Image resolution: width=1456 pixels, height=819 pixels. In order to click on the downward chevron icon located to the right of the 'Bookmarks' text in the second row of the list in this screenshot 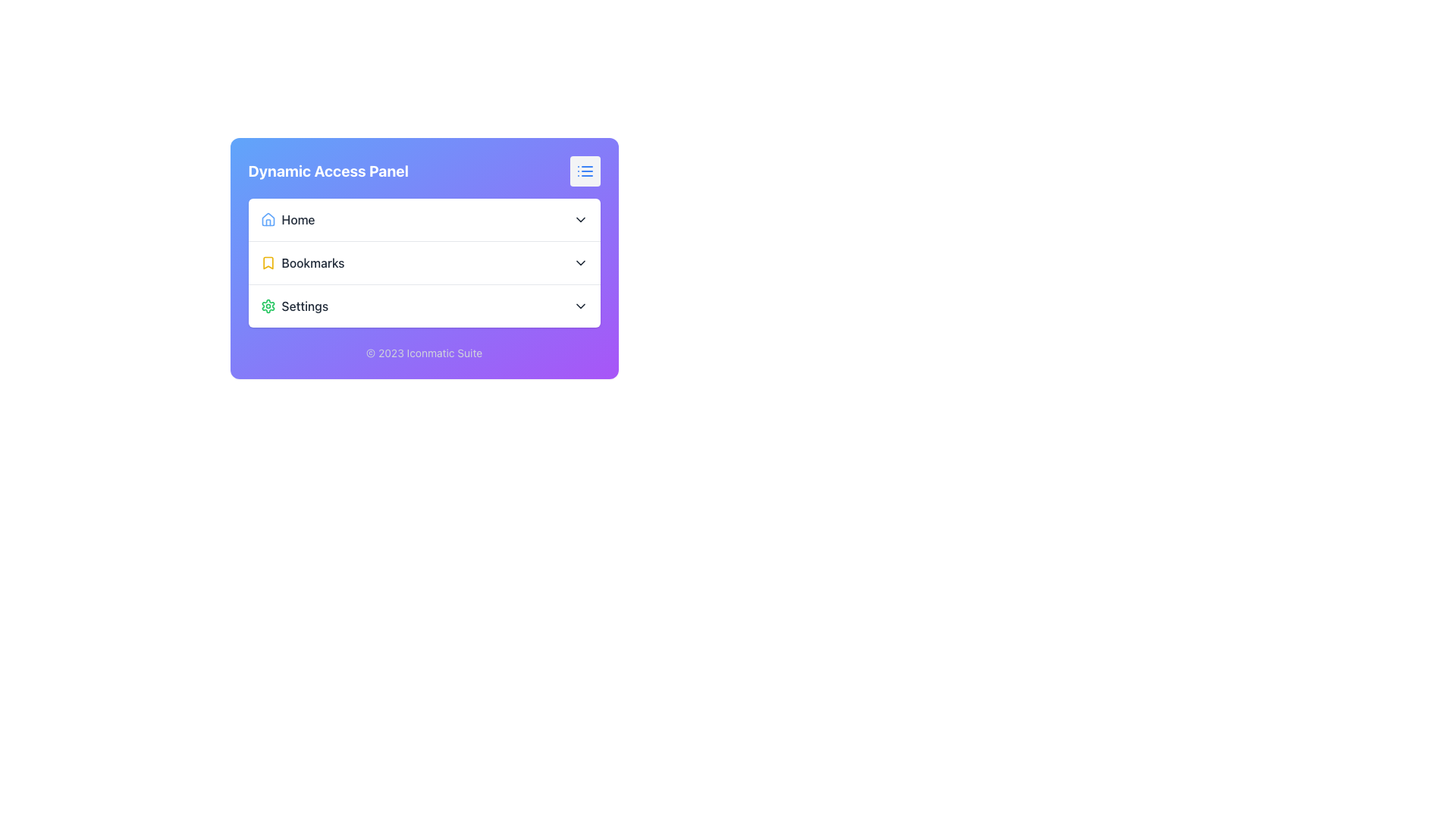, I will do `click(579, 262)`.